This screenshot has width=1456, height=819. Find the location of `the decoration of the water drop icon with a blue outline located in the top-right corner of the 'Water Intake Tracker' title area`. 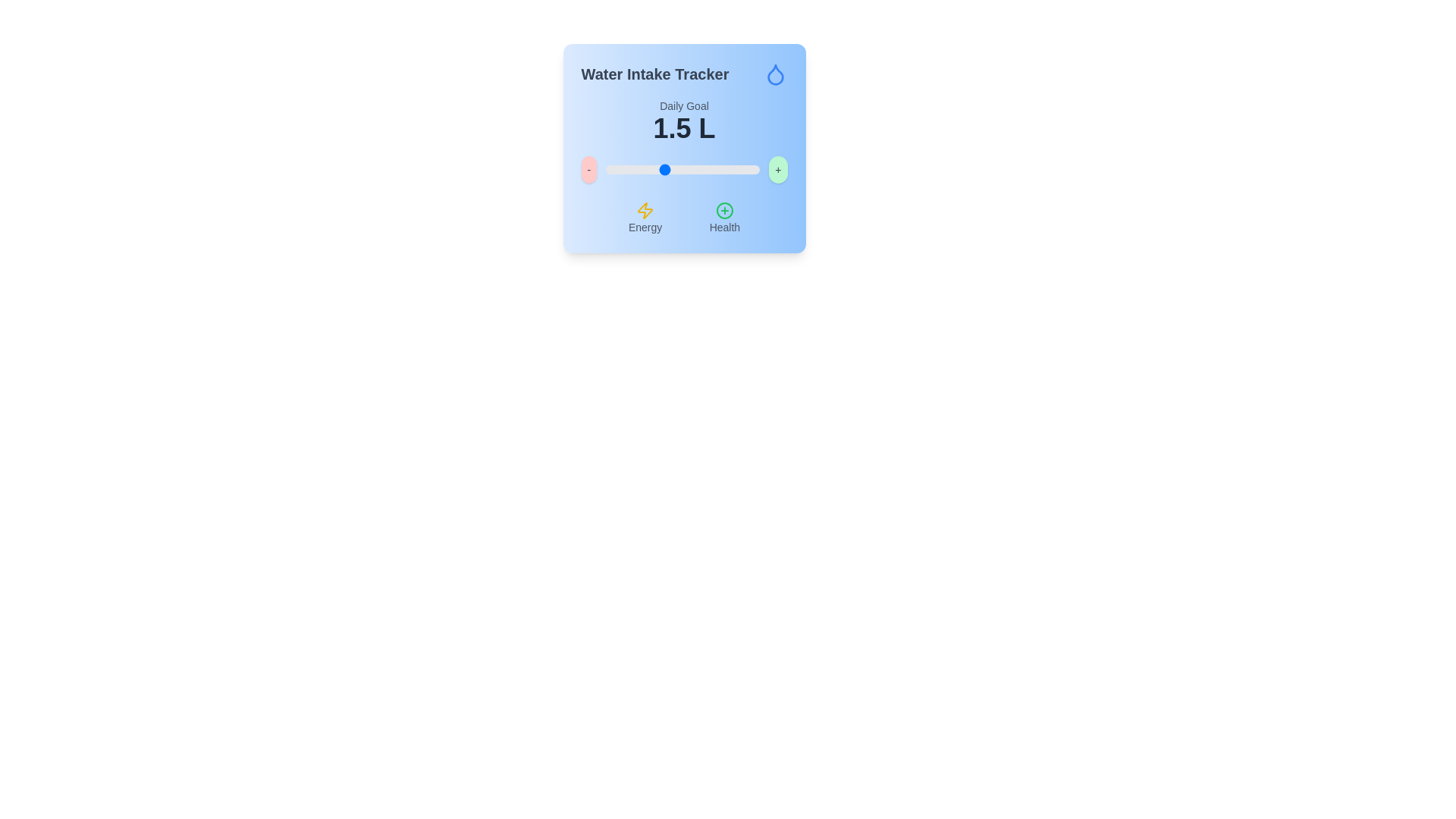

the decoration of the water drop icon with a blue outline located in the top-right corner of the 'Water Intake Tracker' title area is located at coordinates (775, 74).